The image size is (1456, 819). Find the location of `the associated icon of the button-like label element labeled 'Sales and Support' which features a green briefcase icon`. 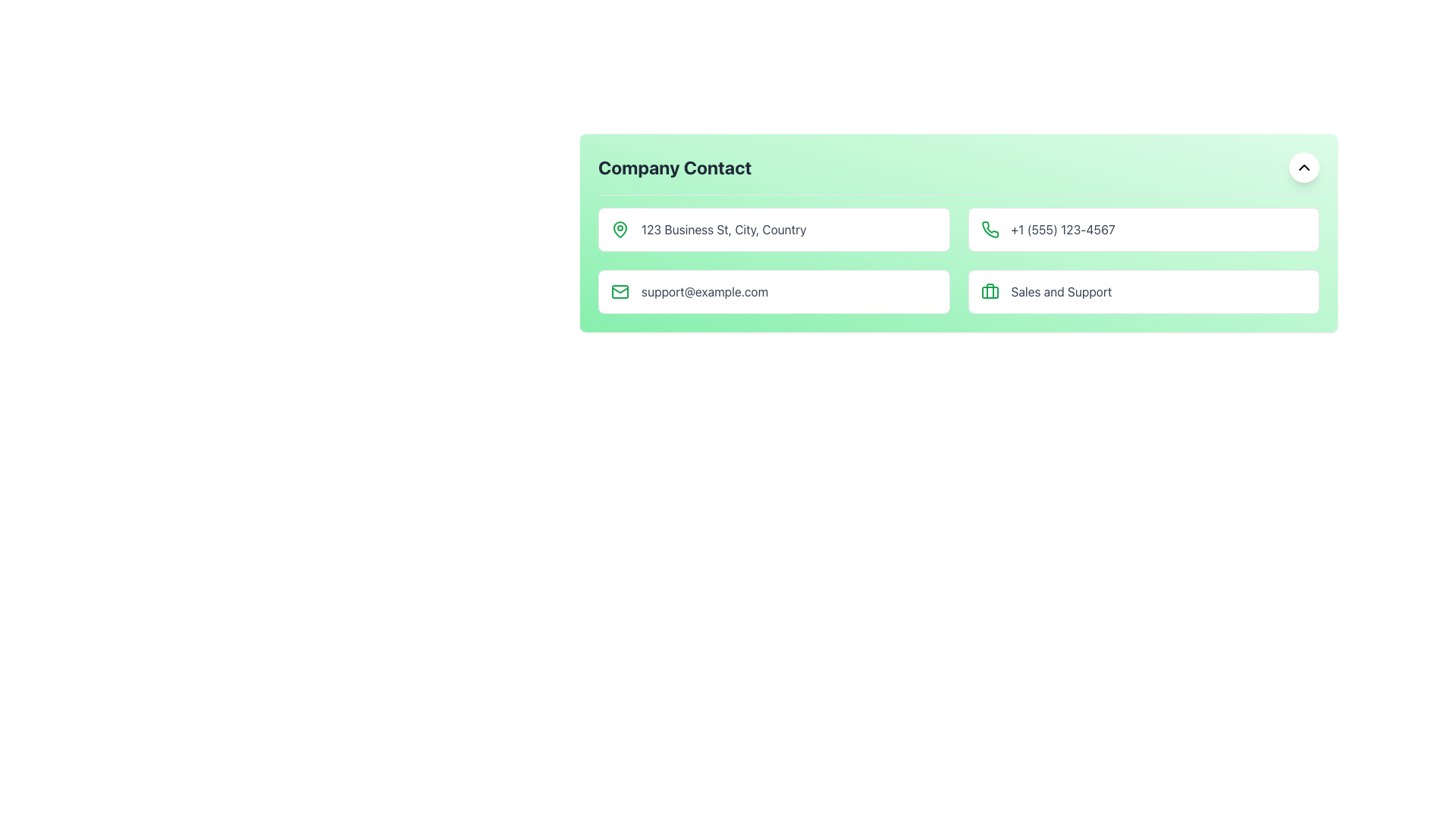

the associated icon of the button-like label element labeled 'Sales and Support' which features a green briefcase icon is located at coordinates (1144, 292).